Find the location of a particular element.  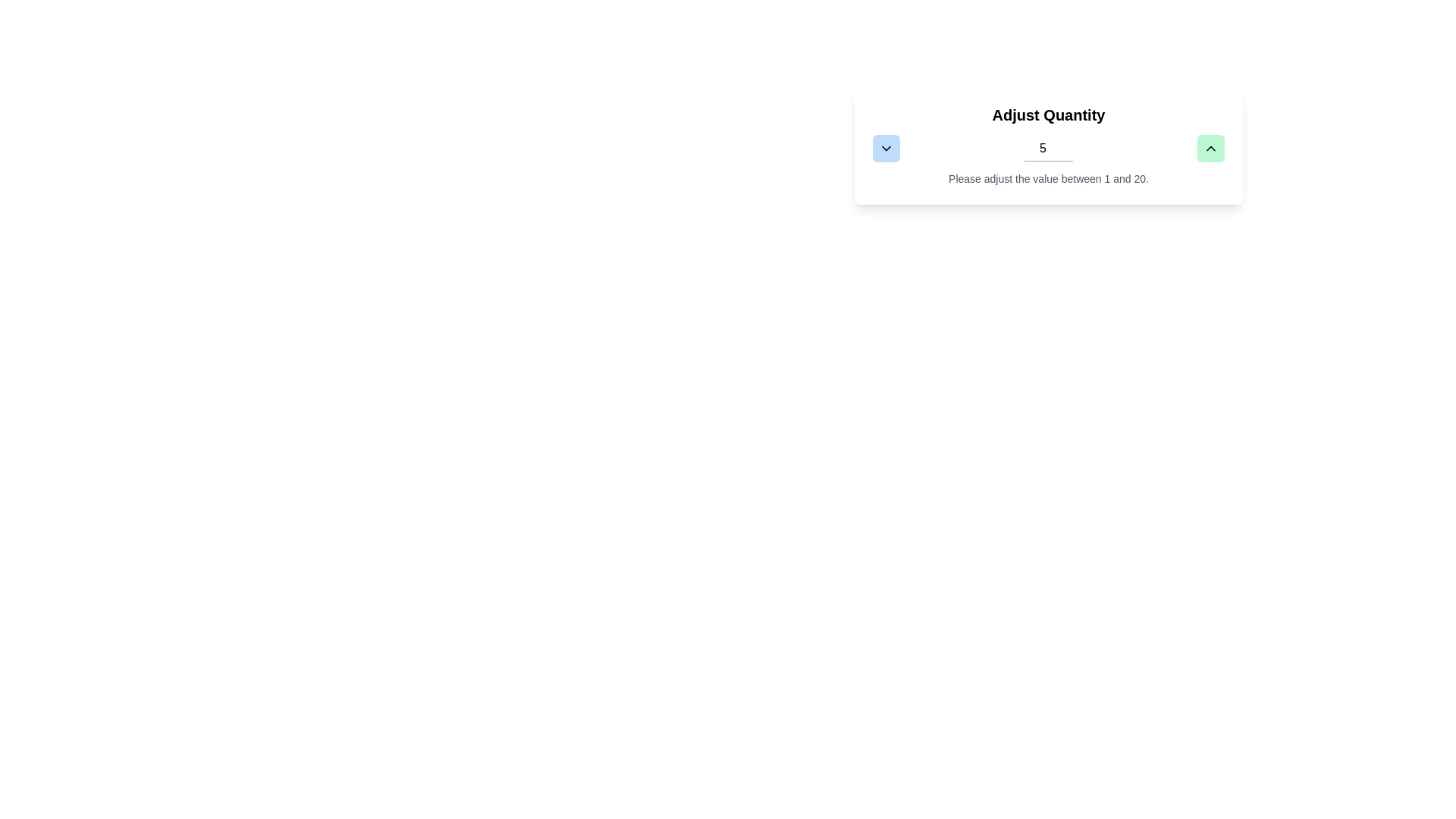

the static text element that provides guidance on acceptable input values, located below the numeric input field and between two interactive arrow buttons is located at coordinates (1047, 177).